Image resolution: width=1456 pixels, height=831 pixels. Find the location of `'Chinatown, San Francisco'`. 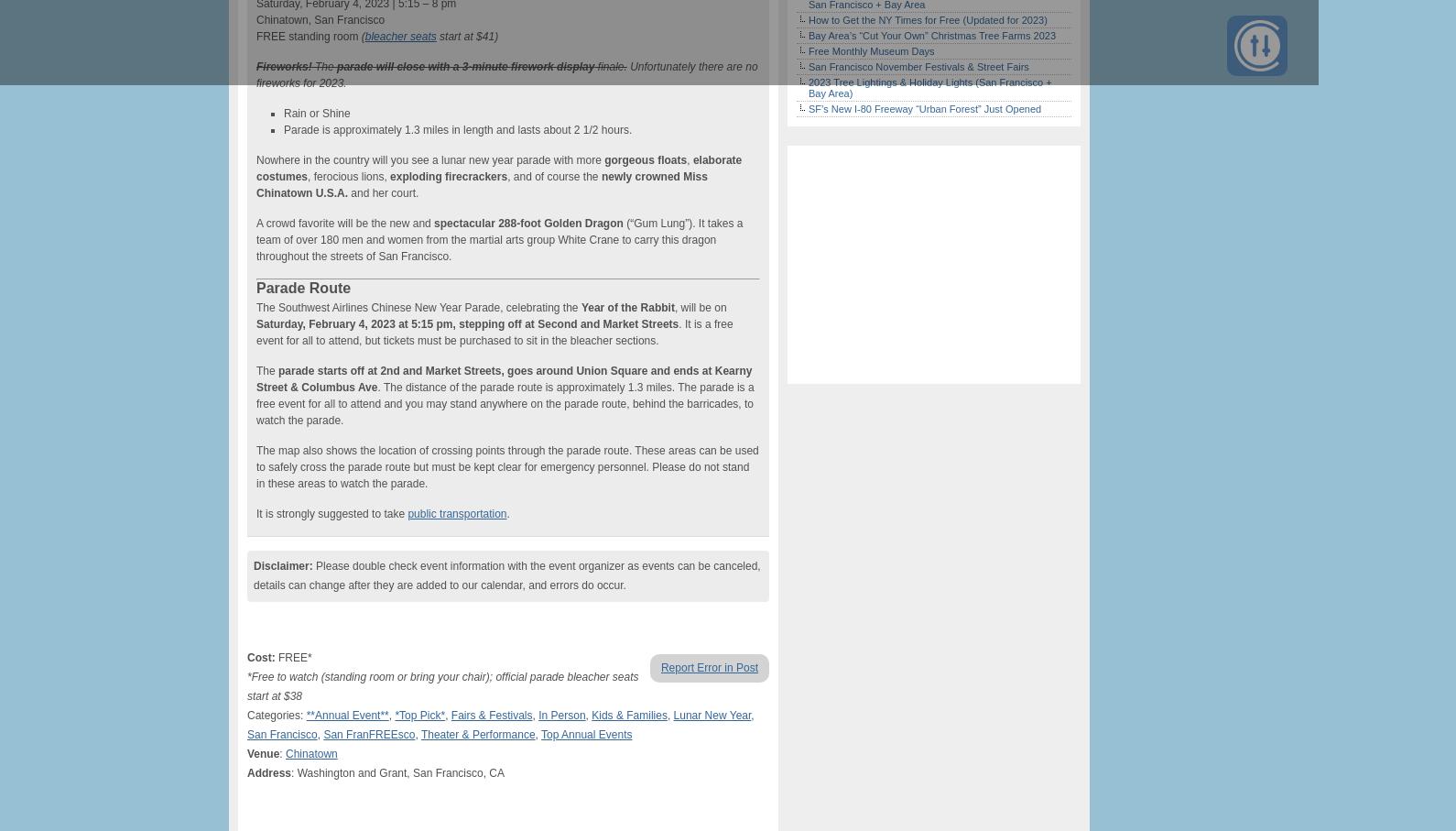

'Chinatown, San Francisco' is located at coordinates (320, 19).